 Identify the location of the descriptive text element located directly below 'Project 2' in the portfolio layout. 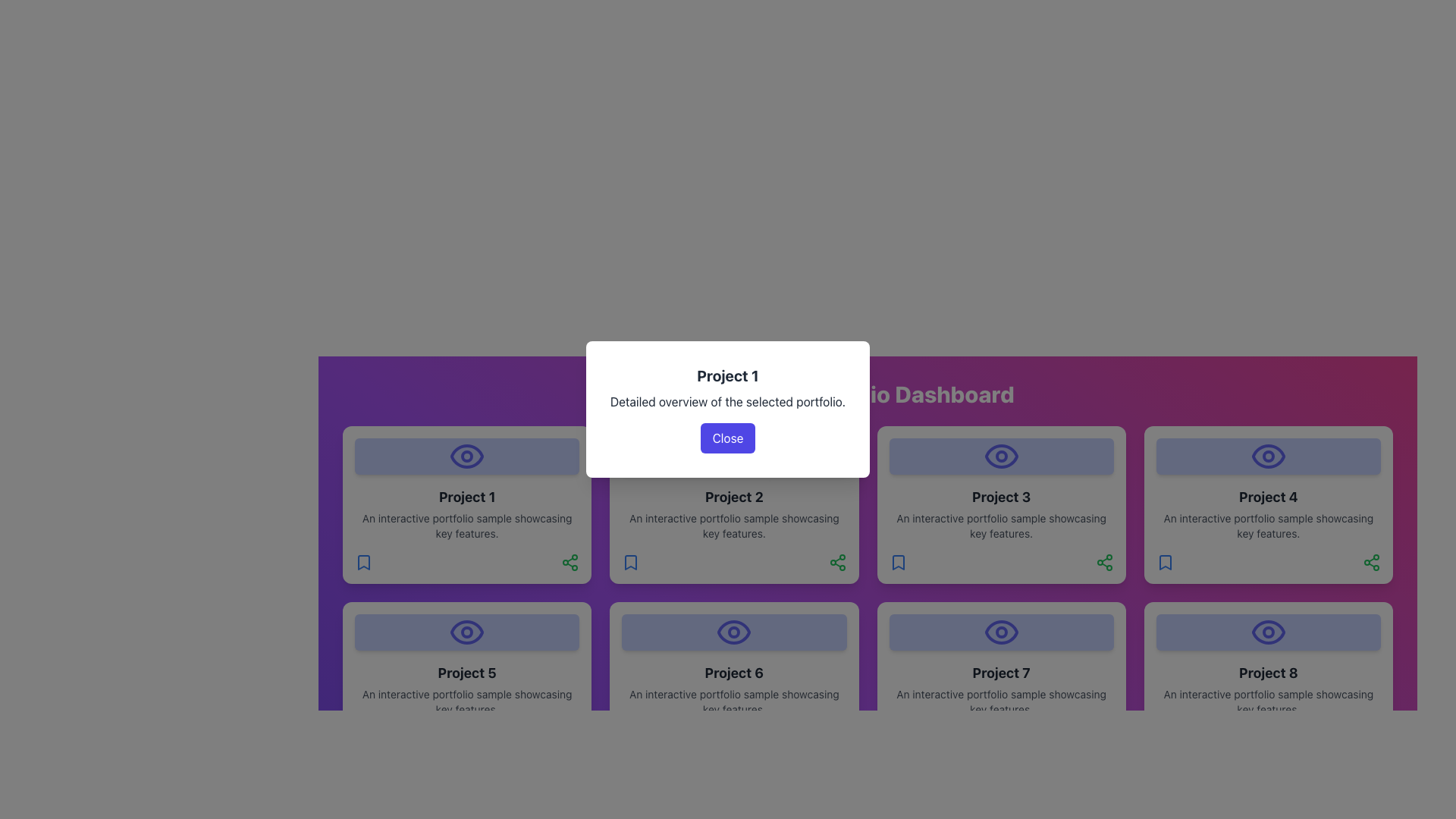
(734, 526).